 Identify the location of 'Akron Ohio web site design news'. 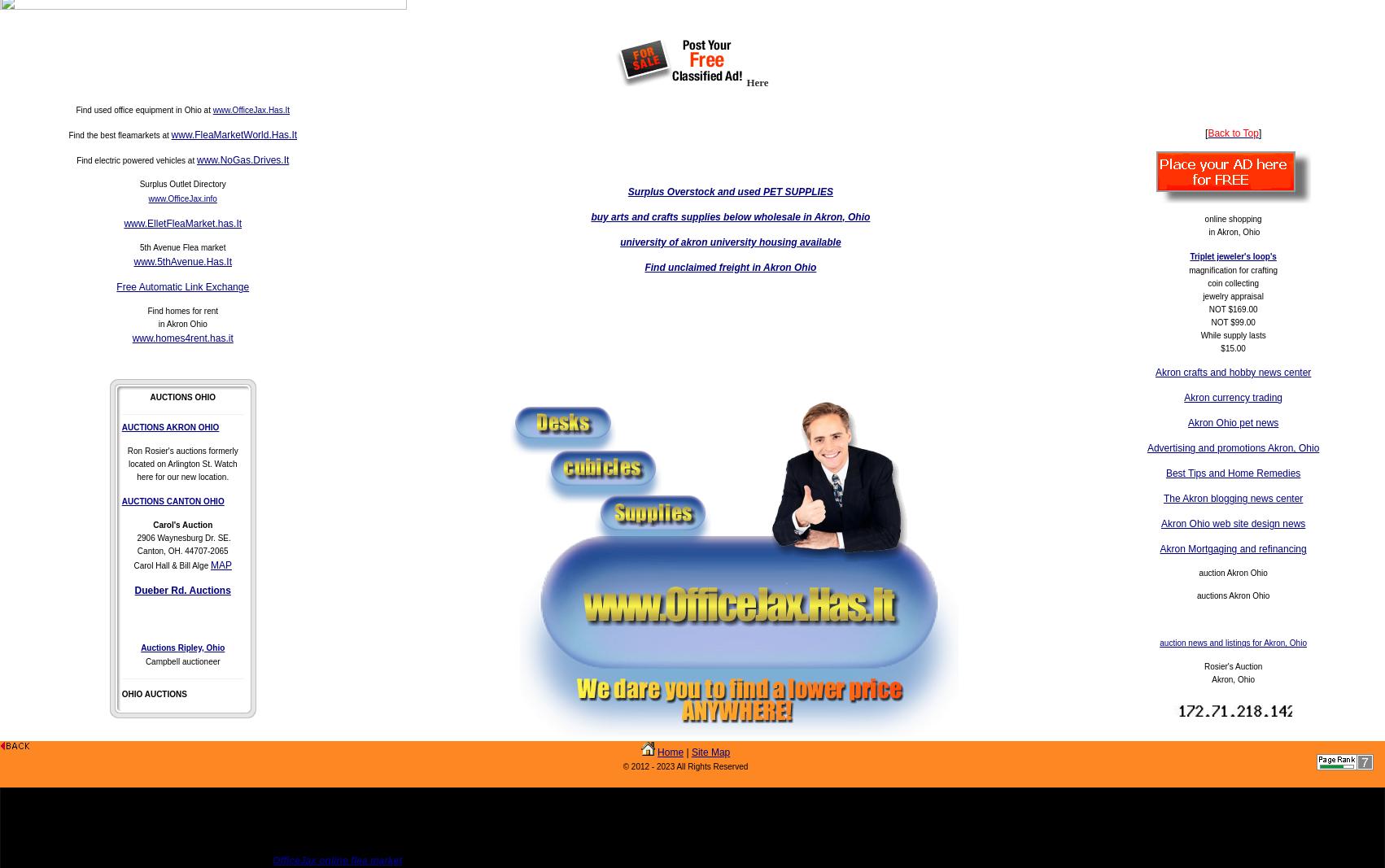
(1232, 524).